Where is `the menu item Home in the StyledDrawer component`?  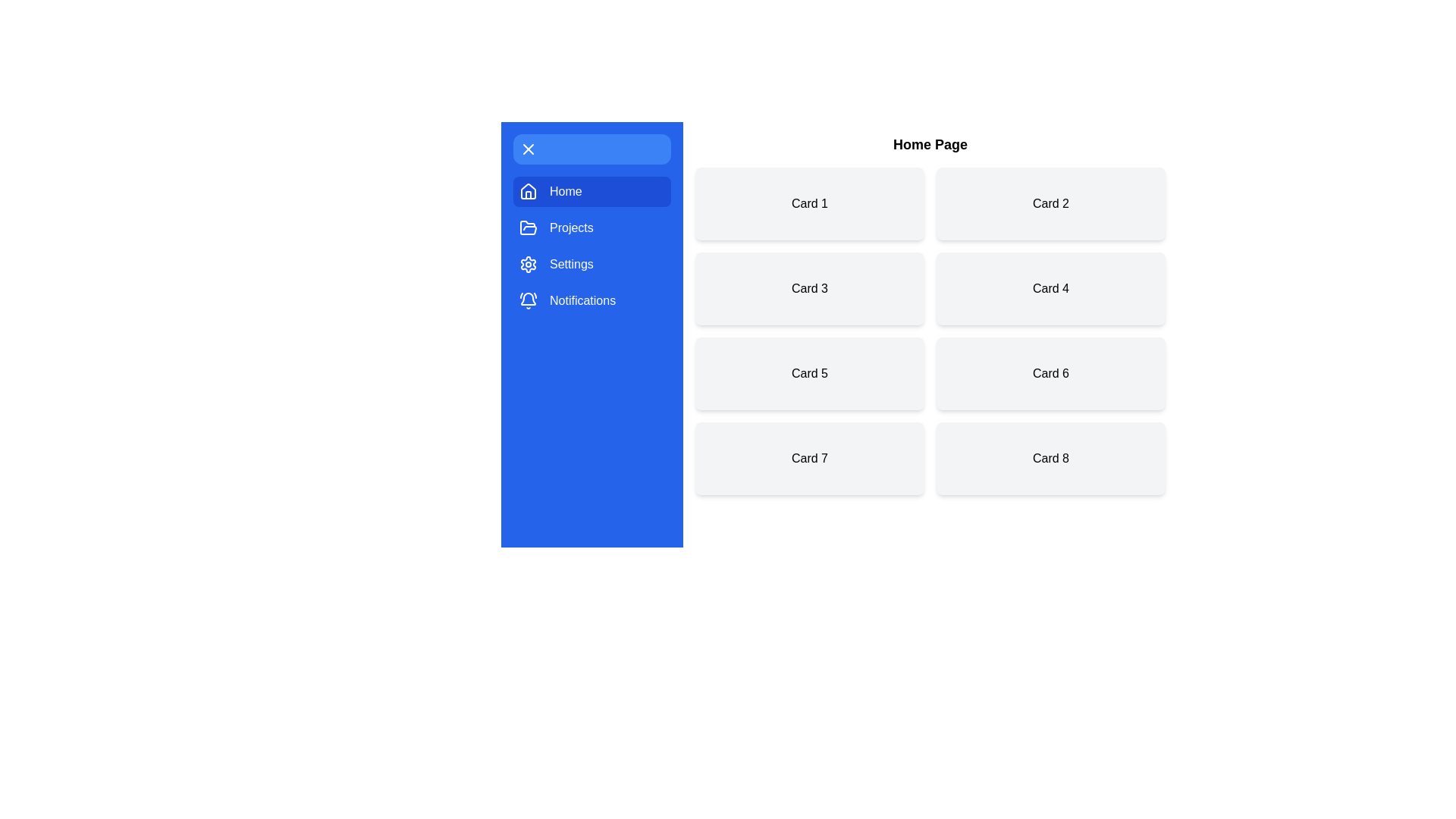
the menu item Home in the StyledDrawer component is located at coordinates (591, 191).